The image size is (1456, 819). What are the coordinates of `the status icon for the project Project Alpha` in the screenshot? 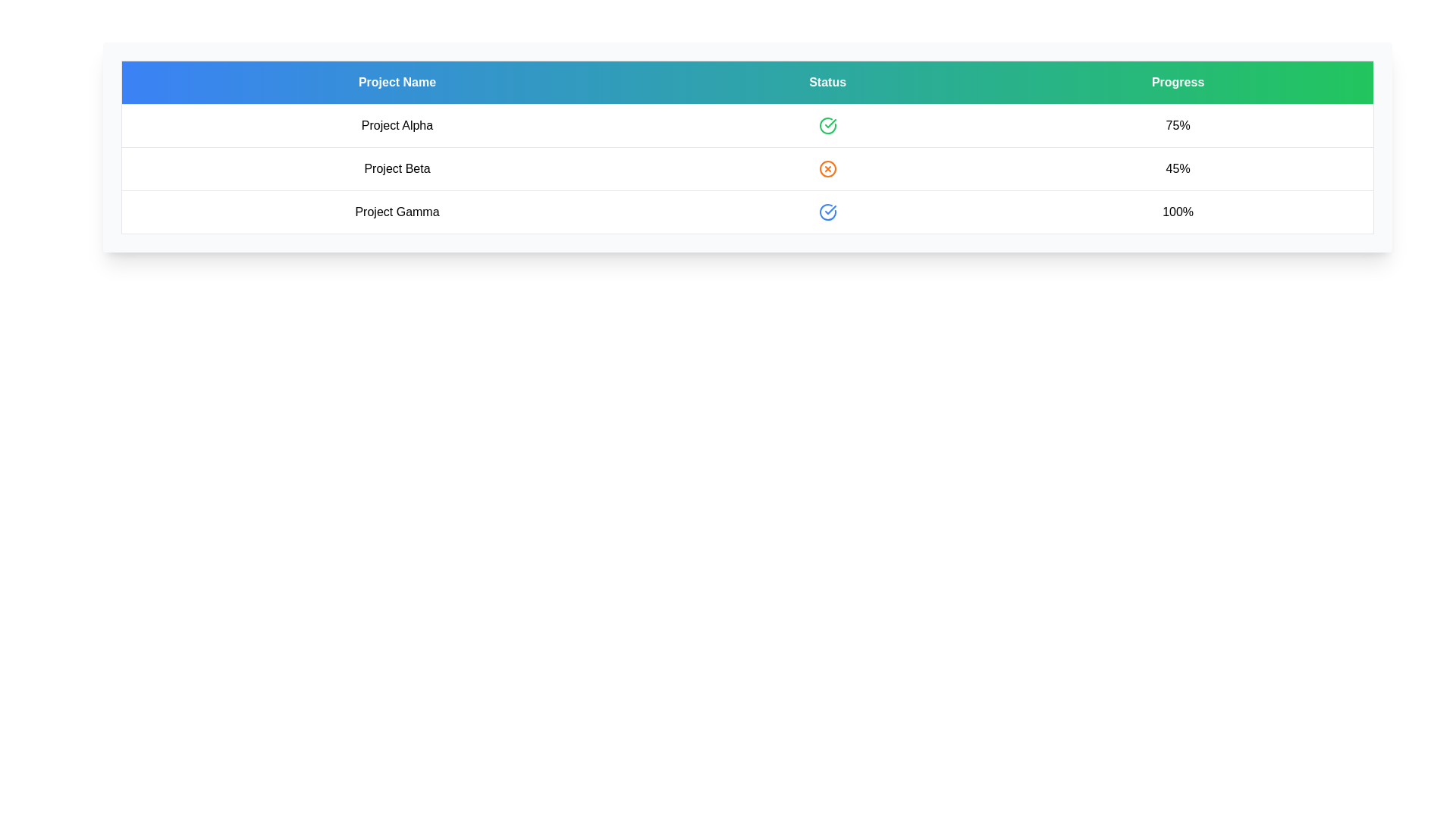 It's located at (827, 124).